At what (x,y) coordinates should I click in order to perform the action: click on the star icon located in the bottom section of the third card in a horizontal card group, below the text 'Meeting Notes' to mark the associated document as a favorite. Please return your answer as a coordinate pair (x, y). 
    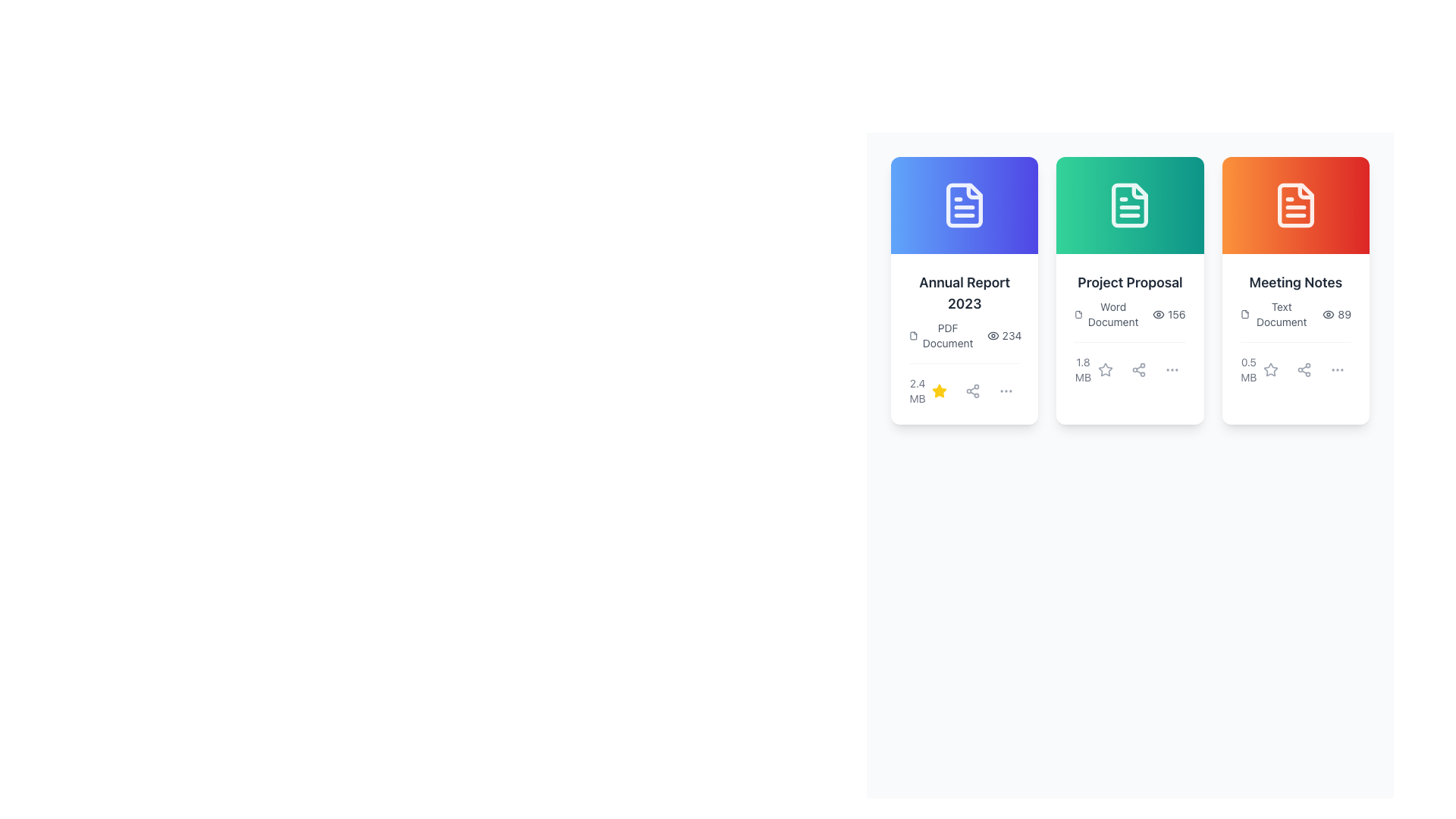
    Looking at the image, I should click on (1270, 370).